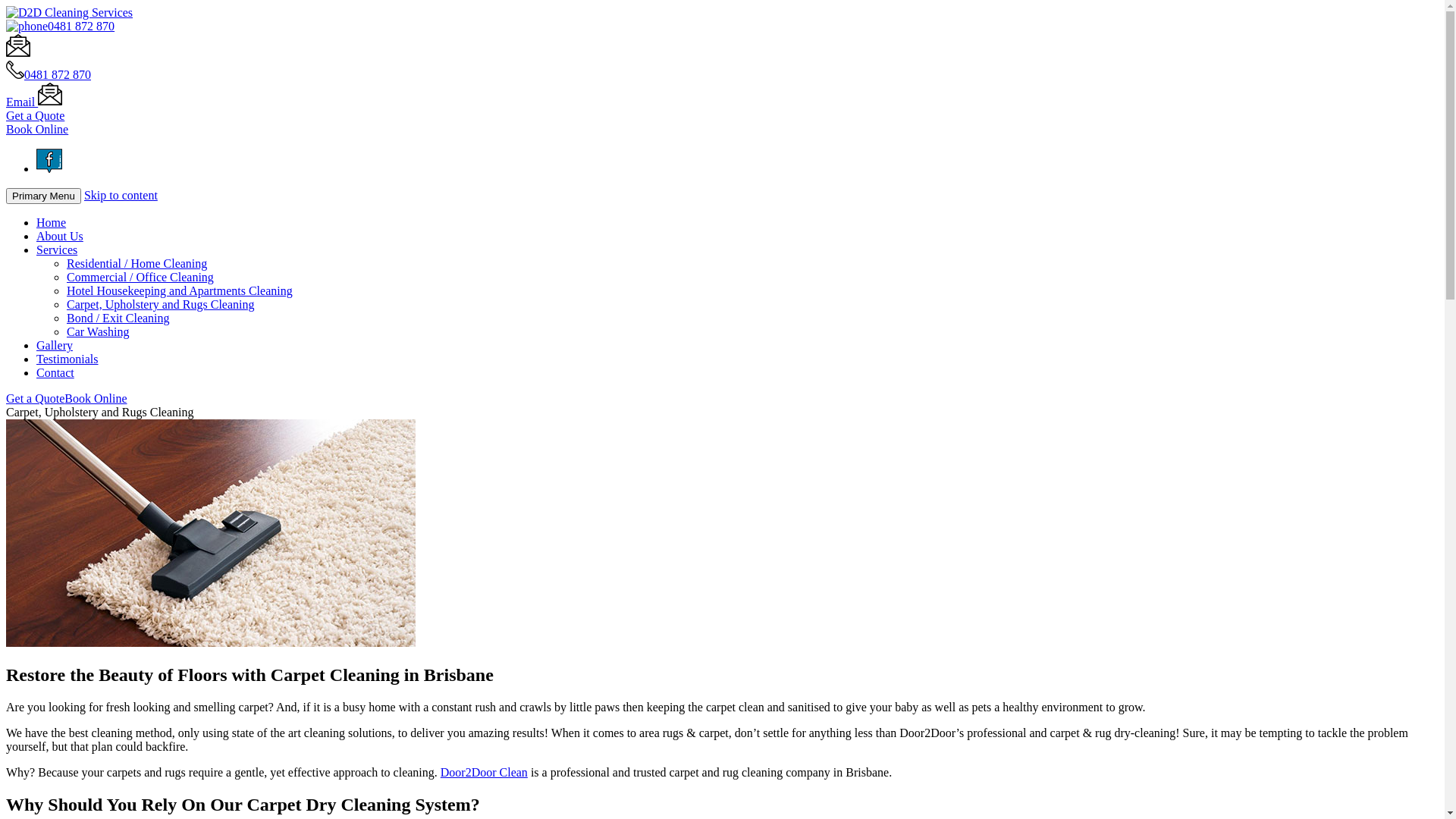  I want to click on 'Door2Door Clean', so click(439, 772).